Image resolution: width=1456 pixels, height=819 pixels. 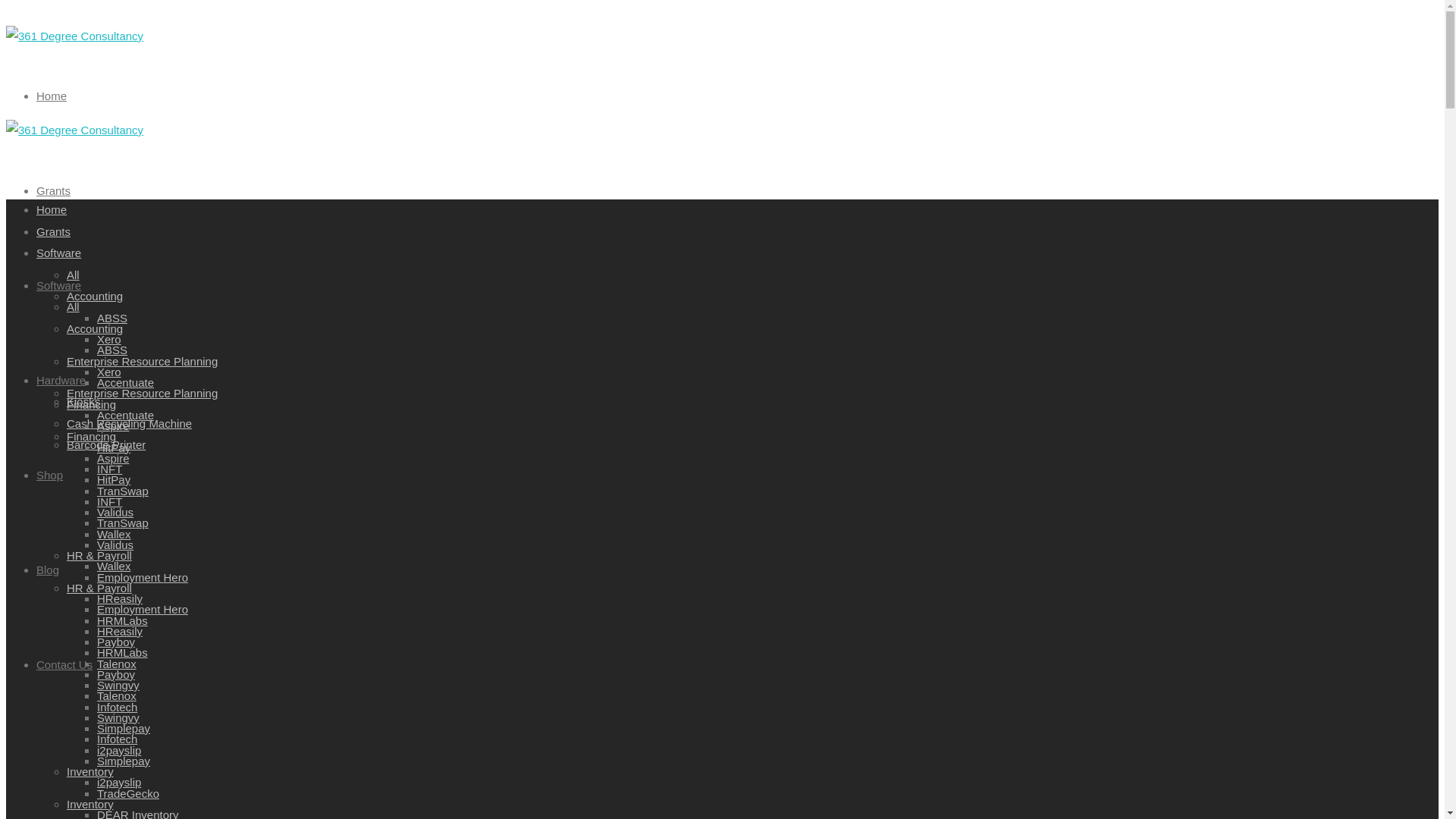 I want to click on 'HitPay', so click(x=96, y=447).